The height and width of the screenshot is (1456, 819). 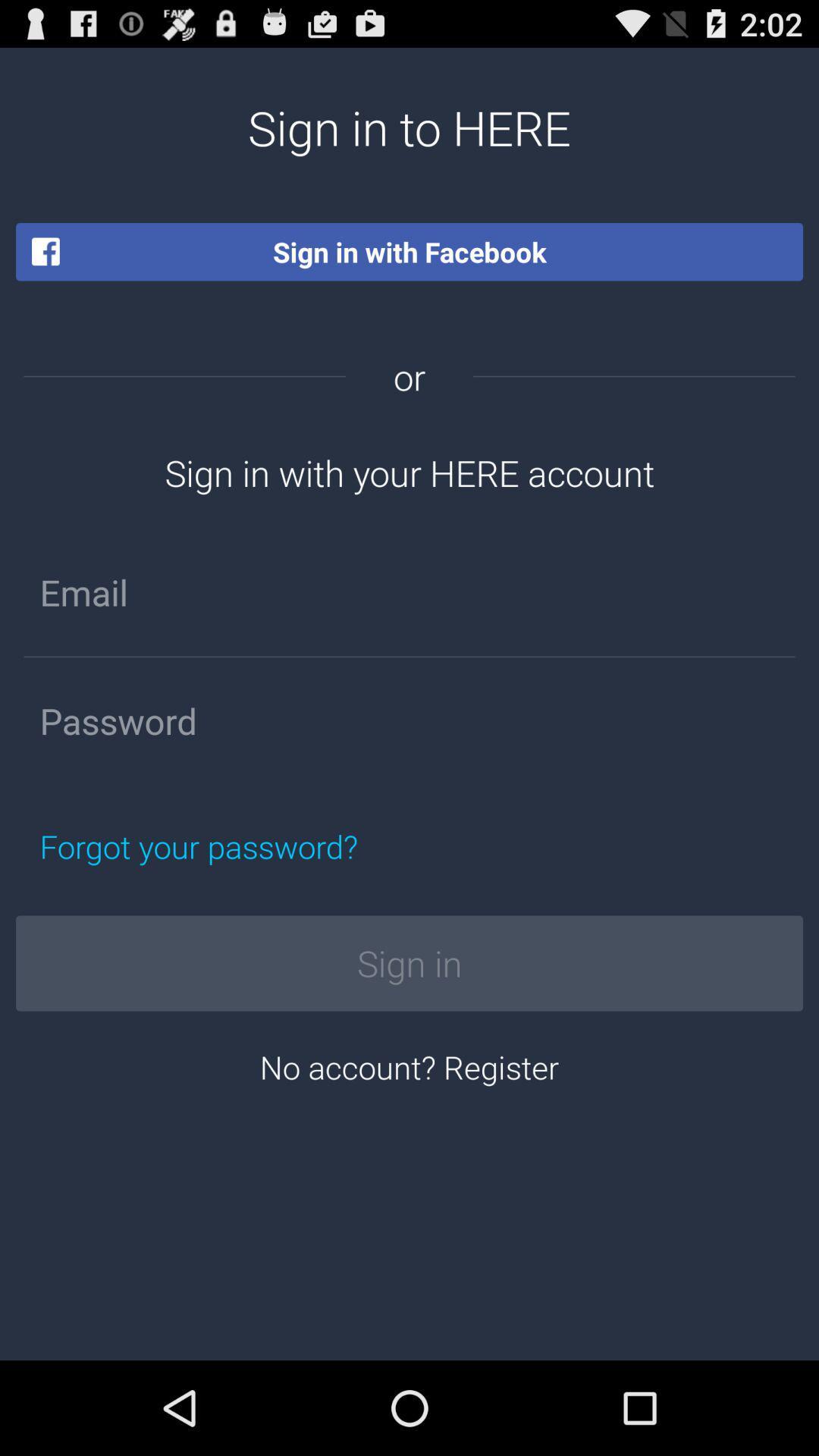 What do you see at coordinates (409, 591) in the screenshot?
I see `e-mail address` at bounding box center [409, 591].